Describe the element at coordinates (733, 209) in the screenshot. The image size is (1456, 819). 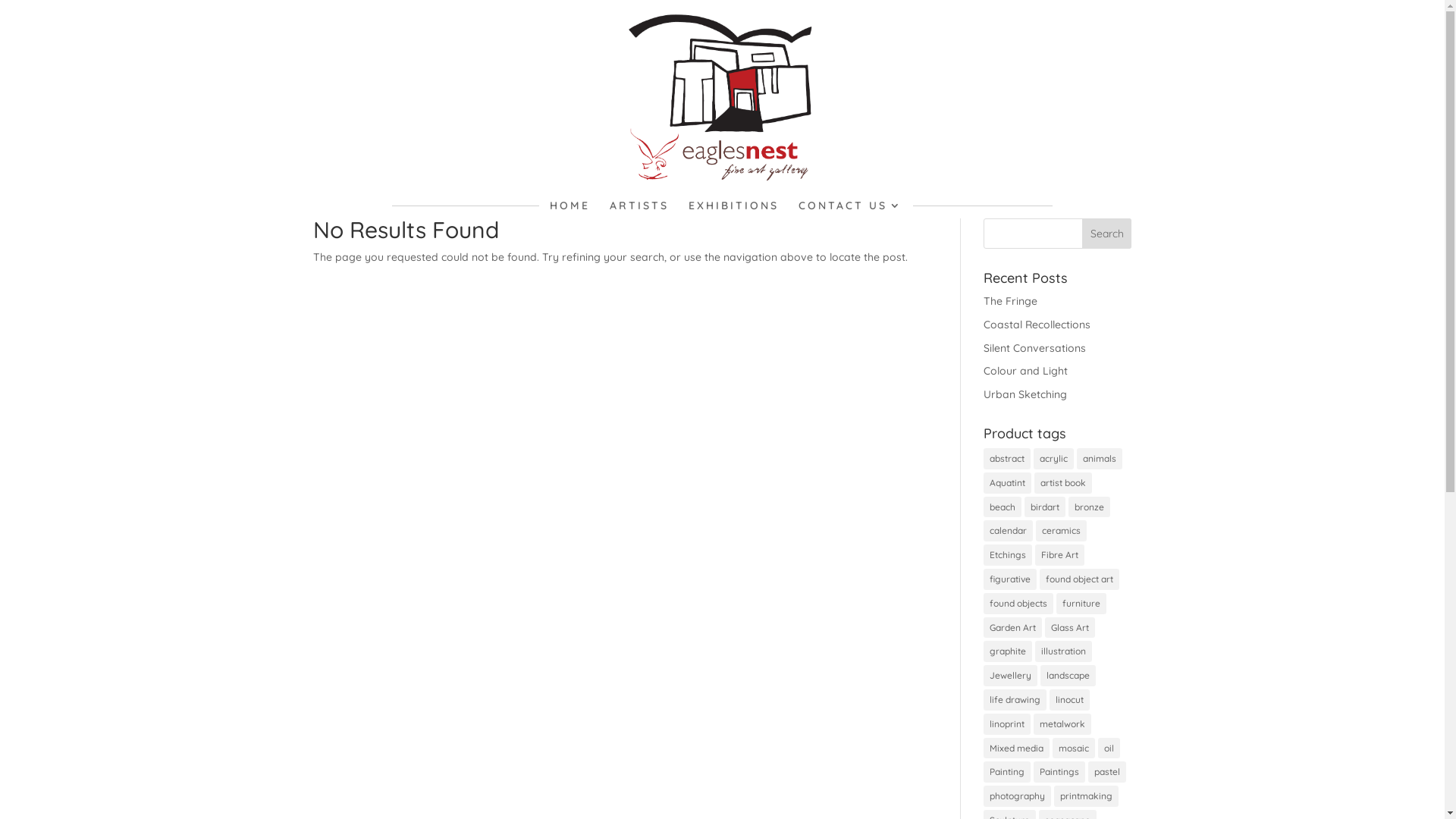
I see `'EXHIBITIONS'` at that location.